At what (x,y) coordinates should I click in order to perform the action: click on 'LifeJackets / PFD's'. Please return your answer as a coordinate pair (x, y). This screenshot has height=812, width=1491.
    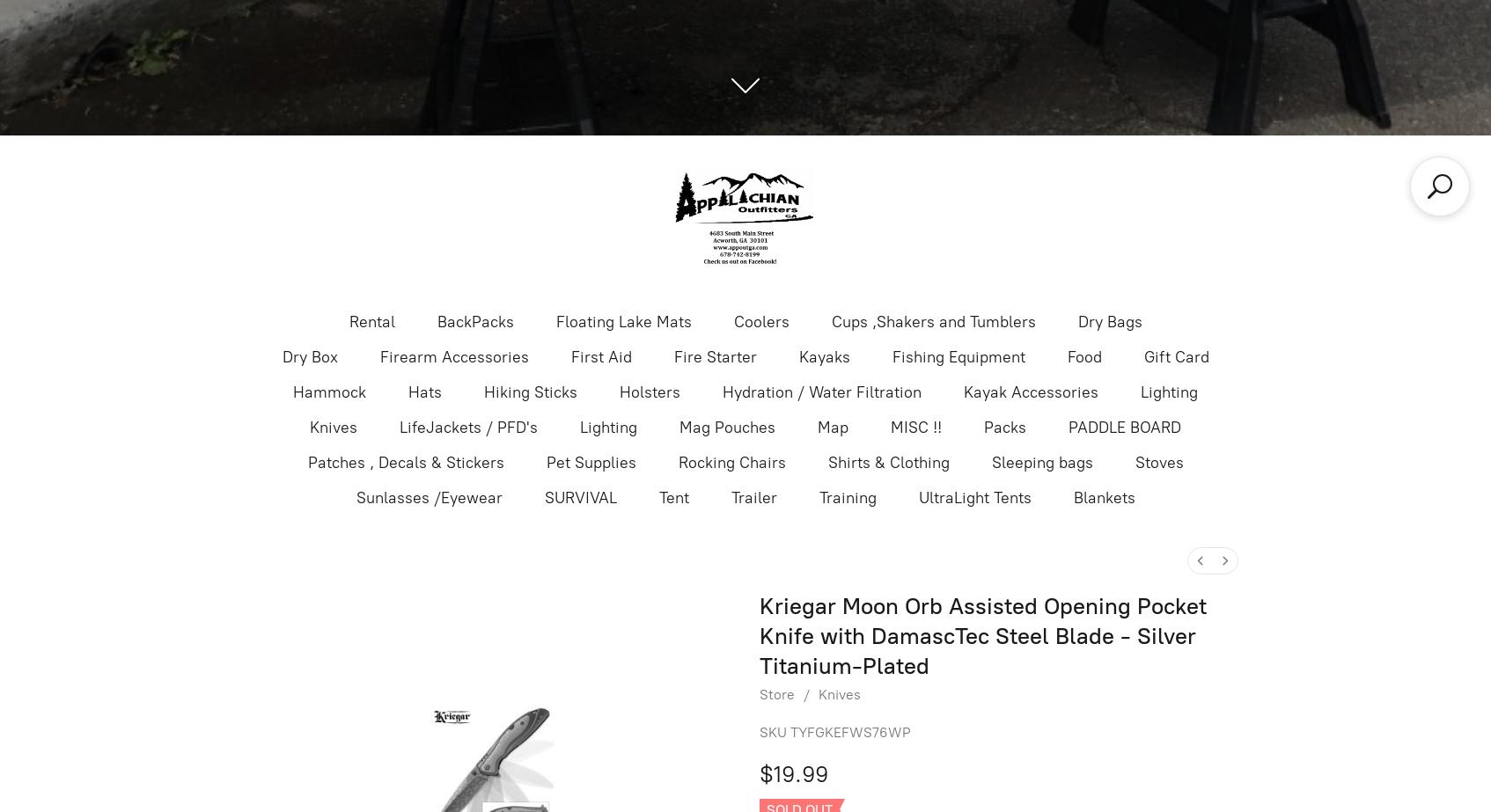
    Looking at the image, I should click on (467, 426).